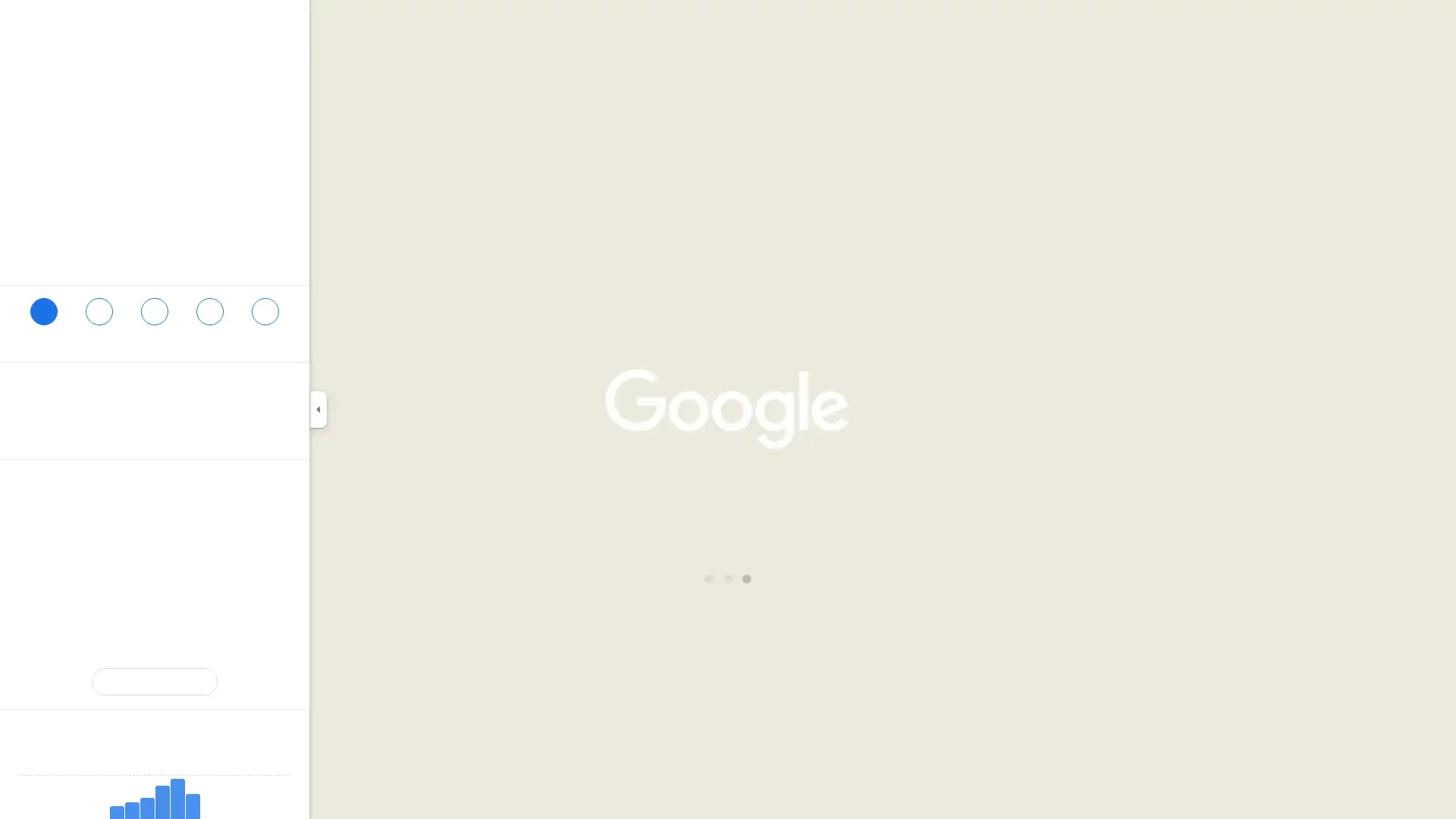 The image size is (1456, 819). Describe the element at coordinates (284, 593) in the screenshot. I see `Learn more about plus codes` at that location.